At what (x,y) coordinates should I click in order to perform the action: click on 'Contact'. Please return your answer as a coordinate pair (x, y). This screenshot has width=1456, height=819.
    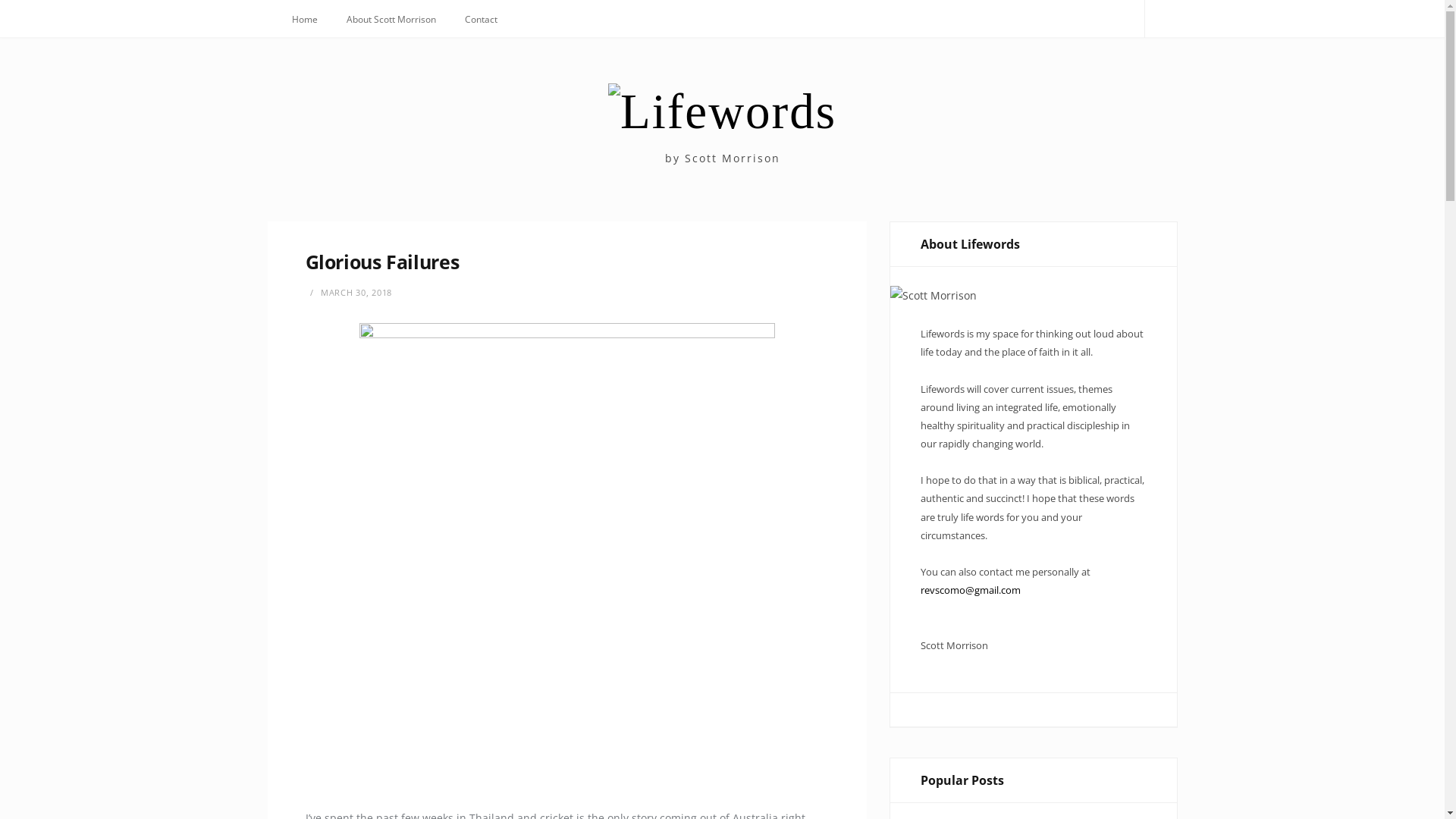
    Looking at the image, I should click on (480, 20).